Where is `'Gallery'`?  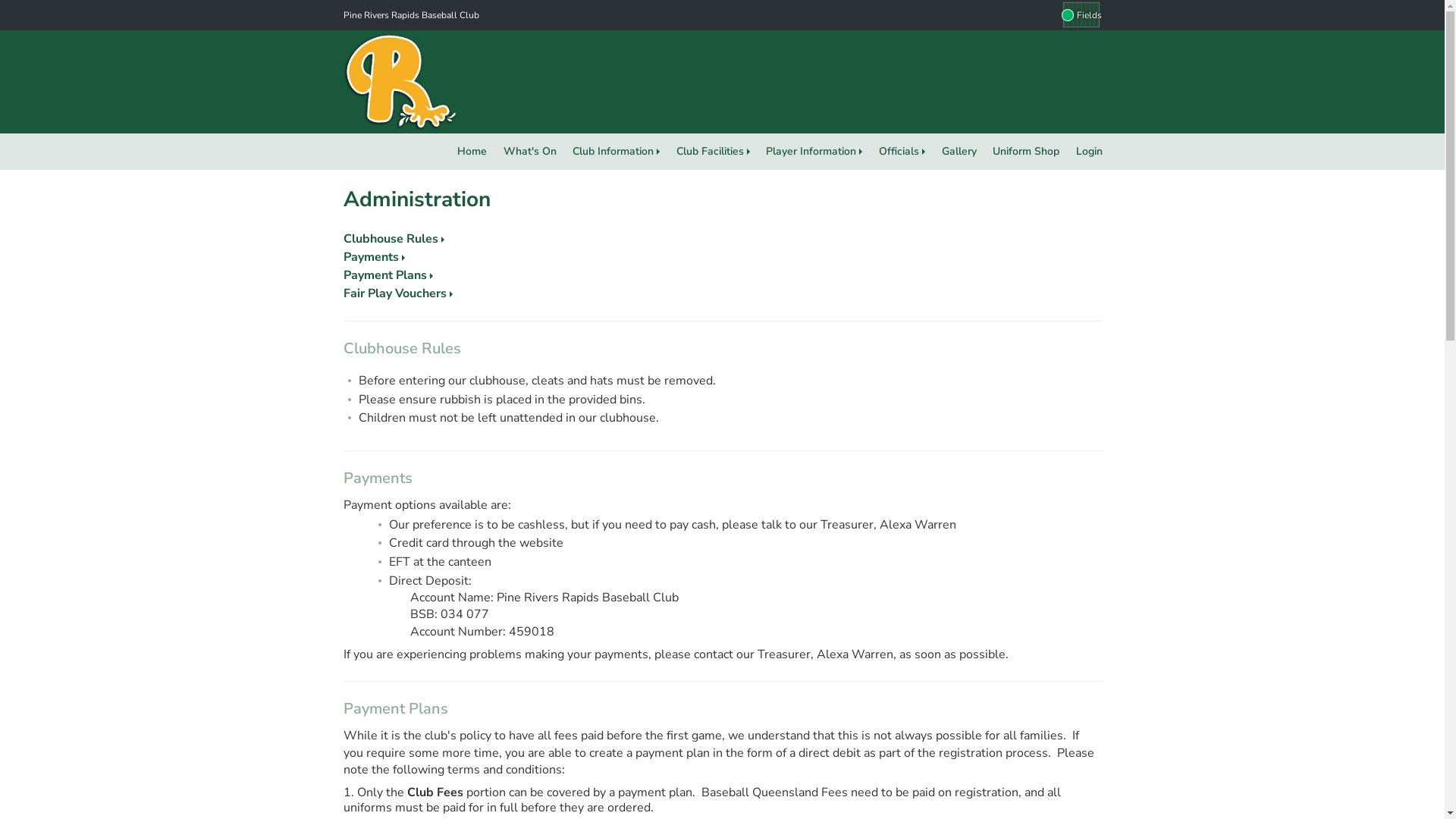
'Gallery' is located at coordinates (959, 152).